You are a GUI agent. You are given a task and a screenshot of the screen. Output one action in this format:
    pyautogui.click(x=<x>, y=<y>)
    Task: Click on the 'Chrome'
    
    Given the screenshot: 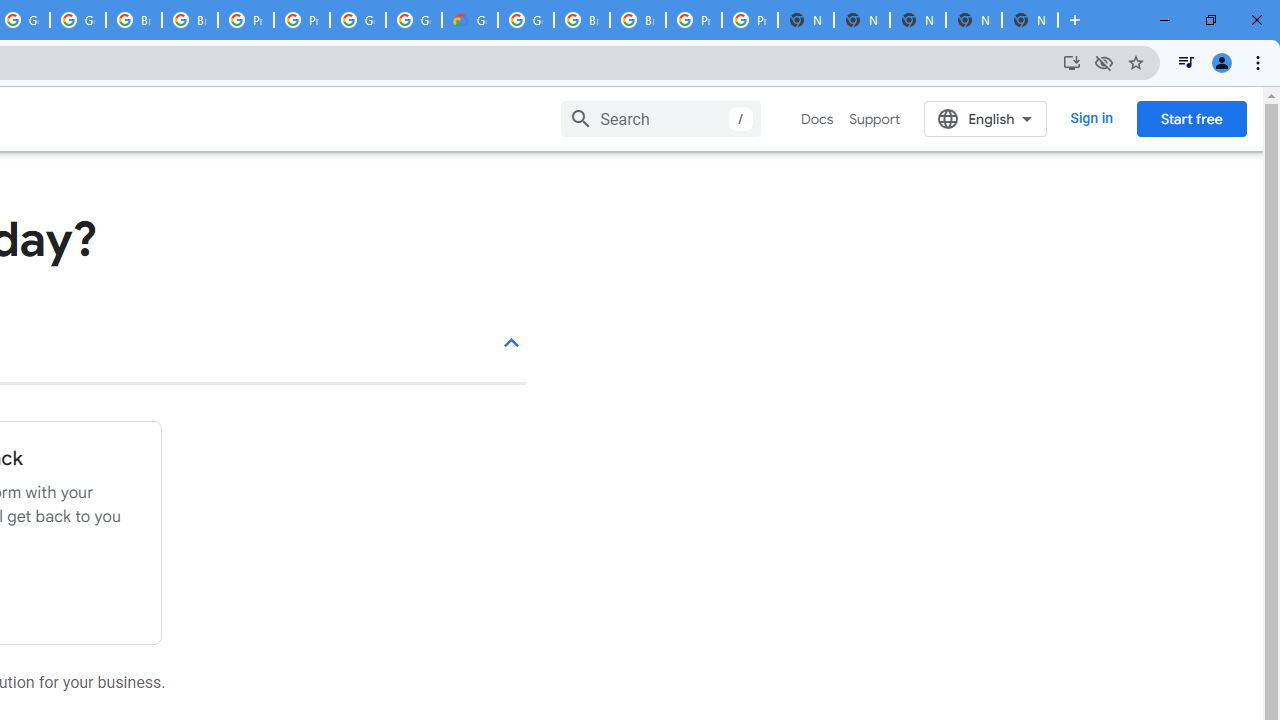 What is the action you would take?
    pyautogui.click(x=1259, y=61)
    